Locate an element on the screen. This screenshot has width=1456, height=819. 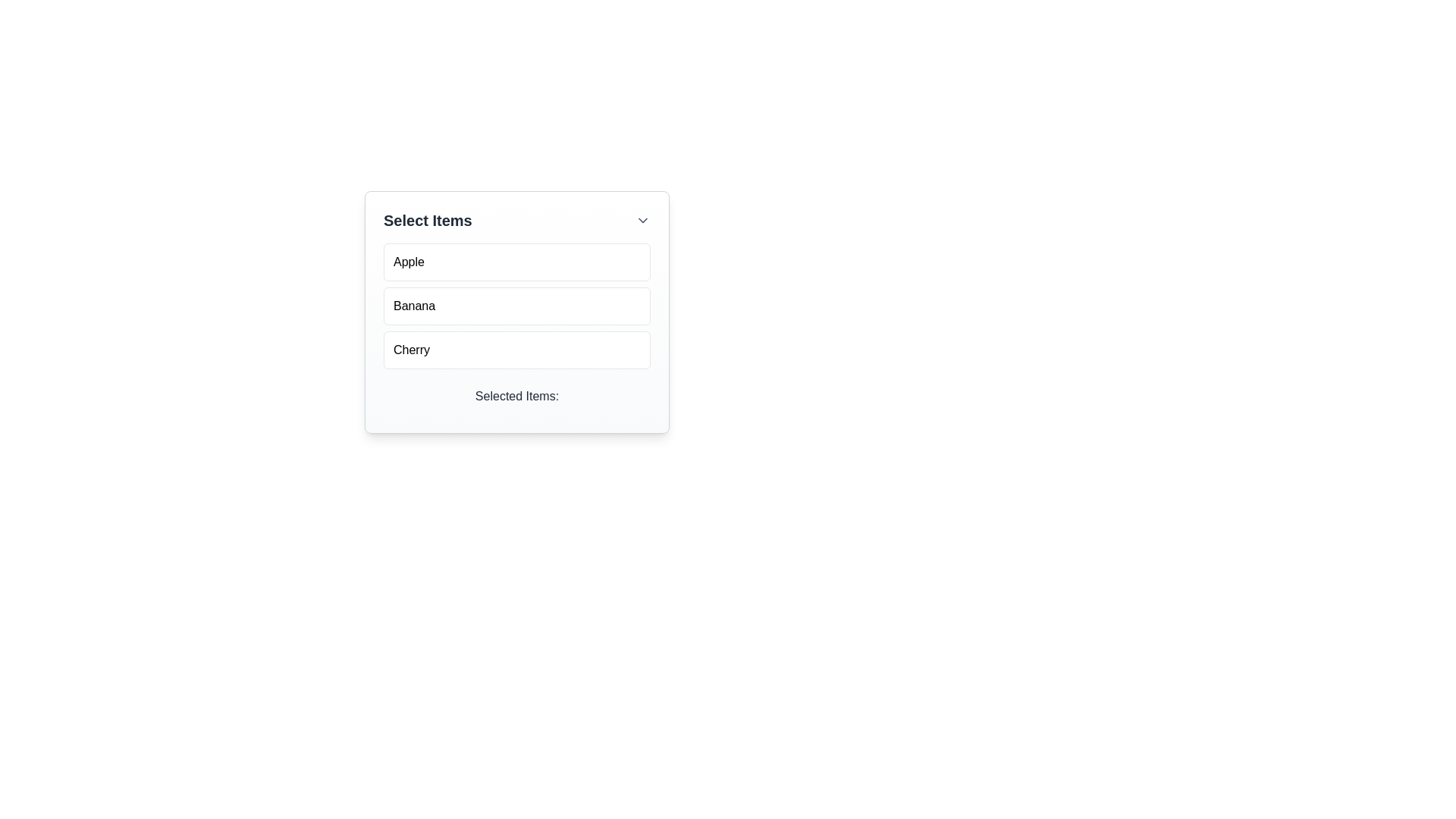
the 'Banana' option button, which is the second item in a vertical list of three options within the 'Select Items' card is located at coordinates (516, 312).